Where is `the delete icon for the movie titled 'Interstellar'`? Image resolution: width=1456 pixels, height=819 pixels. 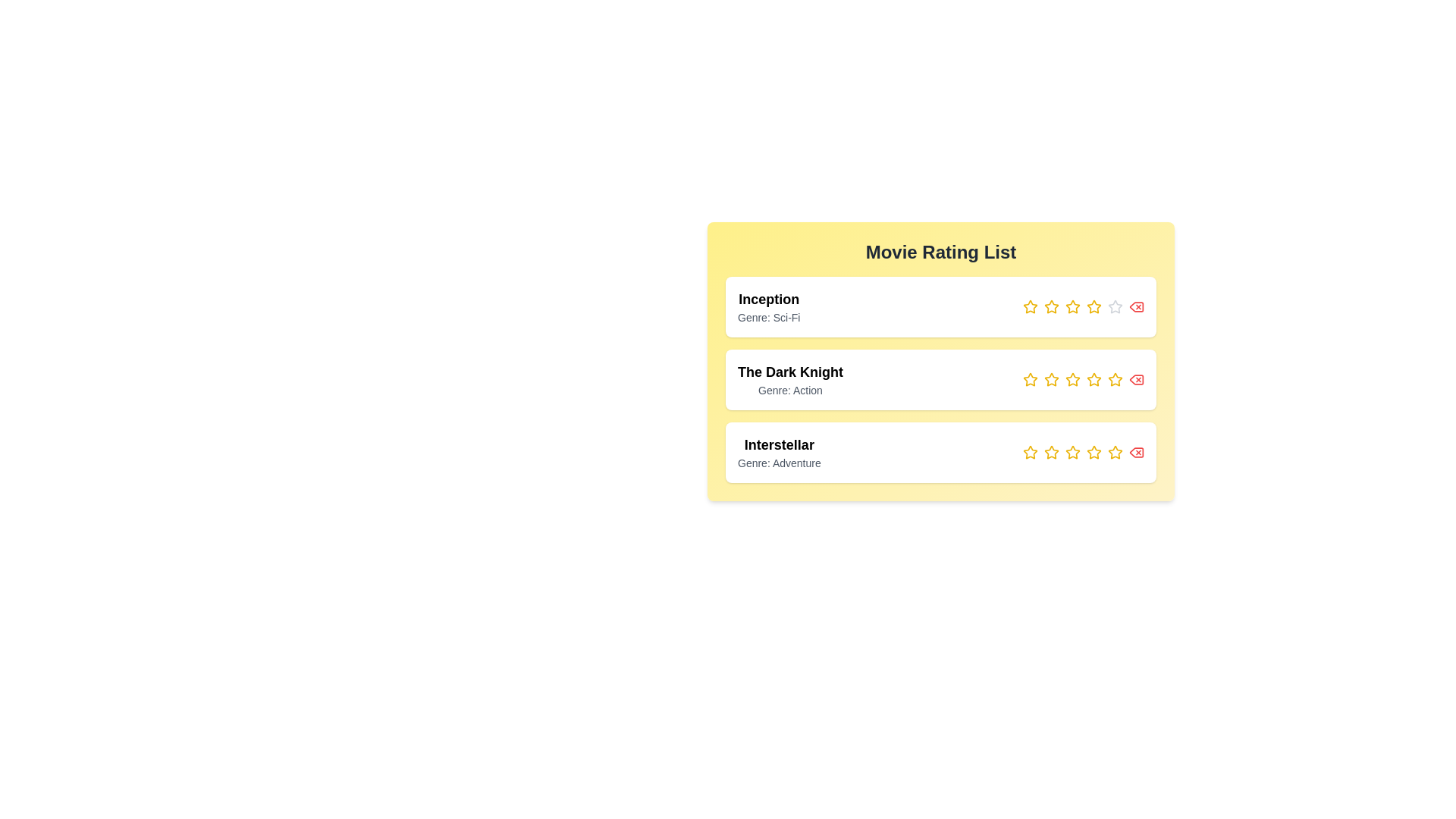 the delete icon for the movie titled 'Interstellar' is located at coordinates (1136, 452).